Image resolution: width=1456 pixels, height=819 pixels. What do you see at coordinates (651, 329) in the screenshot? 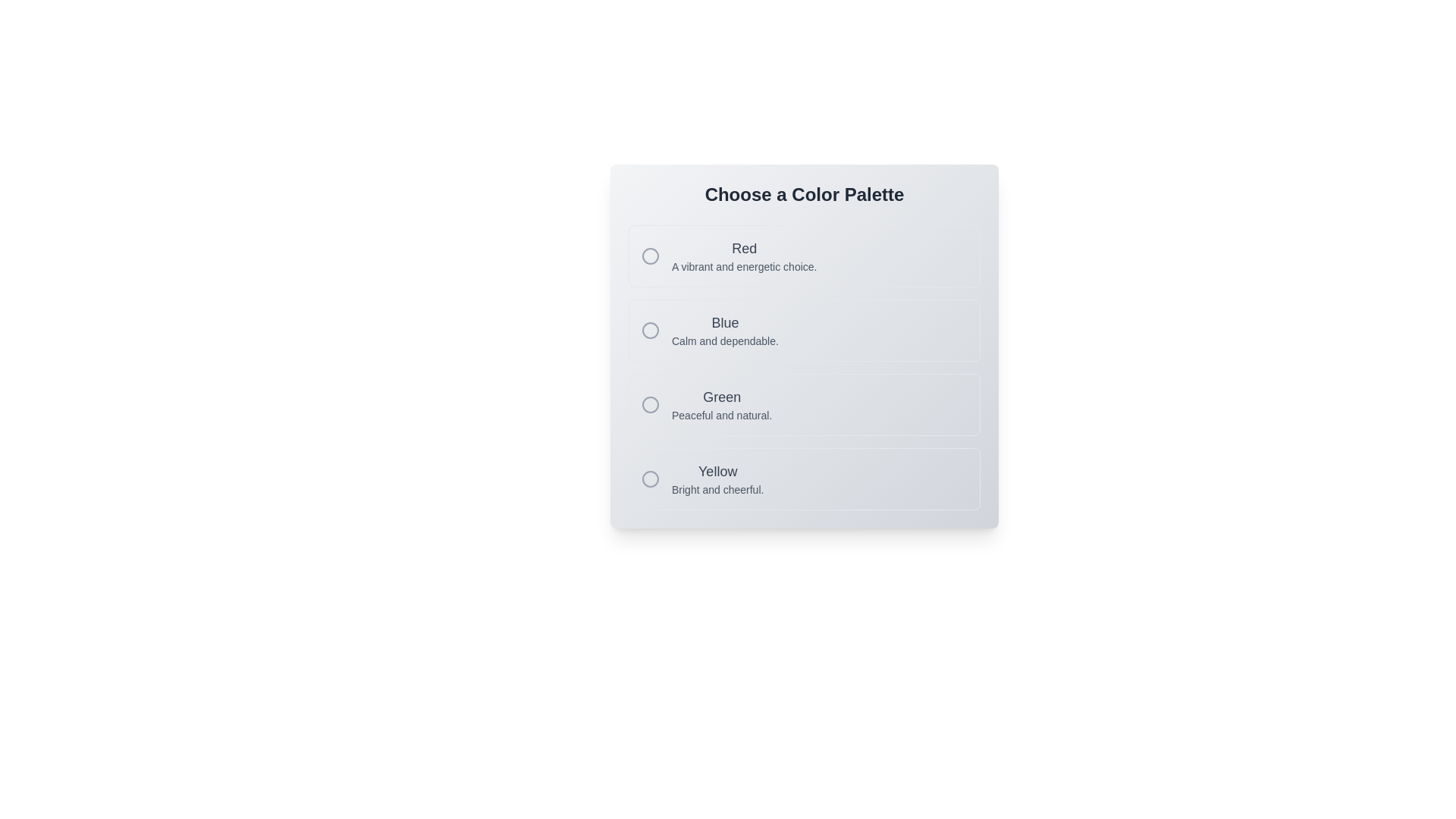
I see `the circular radio button indicator for the 'Blue' selection option` at bounding box center [651, 329].